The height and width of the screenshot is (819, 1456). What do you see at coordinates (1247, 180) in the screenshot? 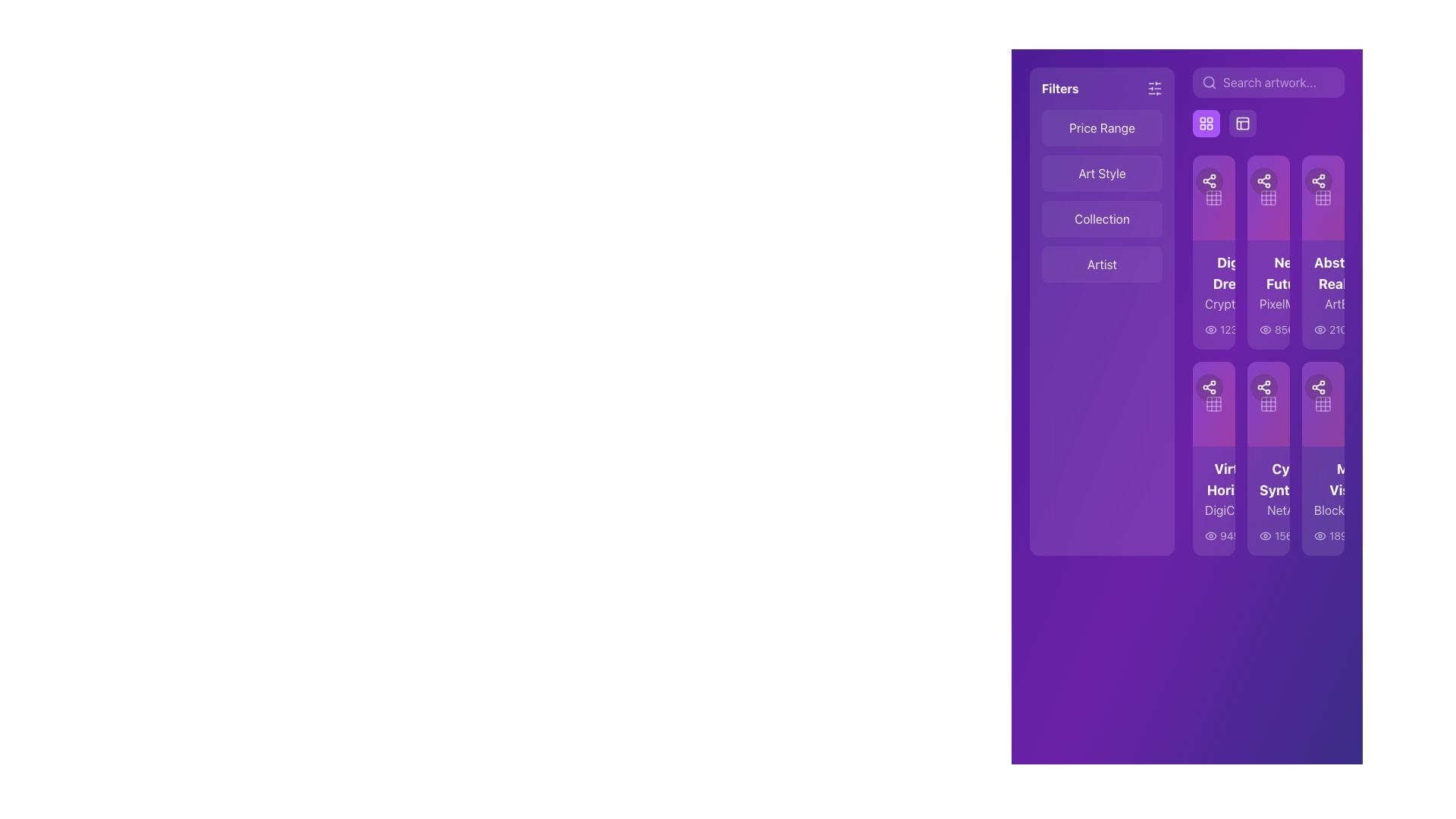
I see `the circular share icon with a white symbol on a purple gradient background, located in the second card of the top row of icons in the grid layout` at bounding box center [1247, 180].